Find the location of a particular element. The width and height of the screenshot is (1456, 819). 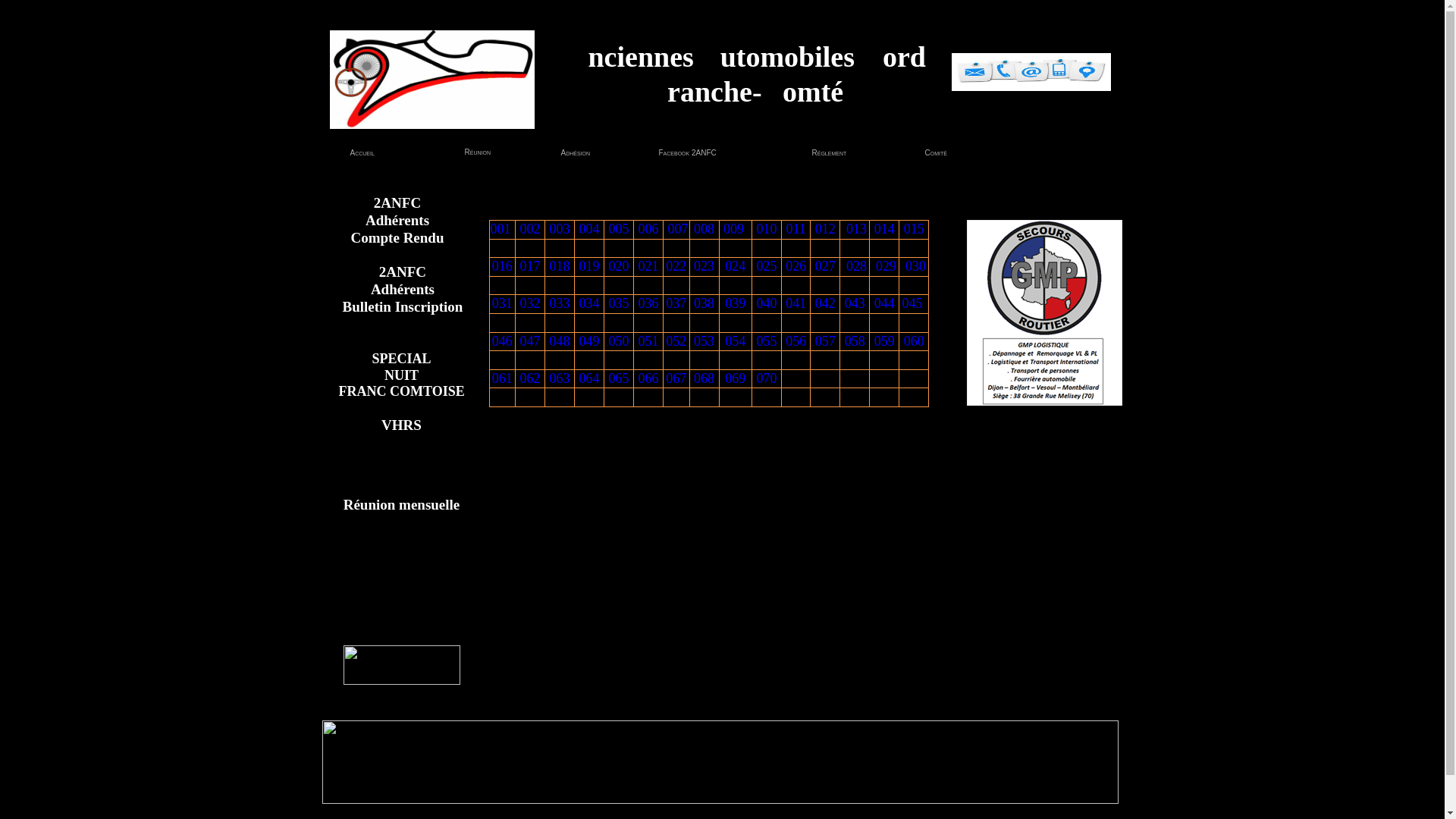

'037' is located at coordinates (675, 303).